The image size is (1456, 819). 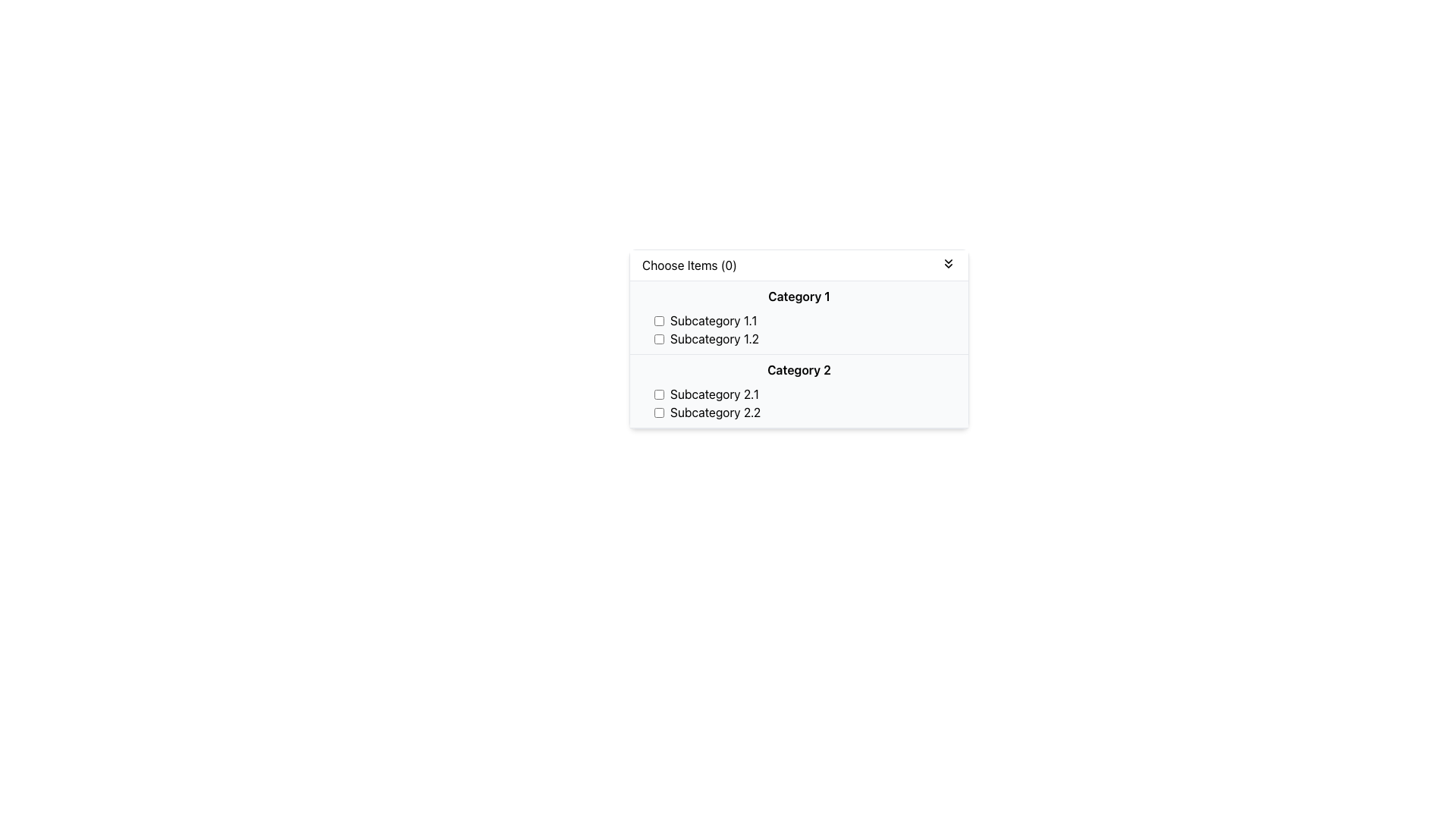 What do you see at coordinates (799, 391) in the screenshot?
I see `the checkboxes in the 'Category 2' dropdown section, which contains the checkable subcategories 'Subcategory 2.1' and 'Subcategory 2.2'` at bounding box center [799, 391].